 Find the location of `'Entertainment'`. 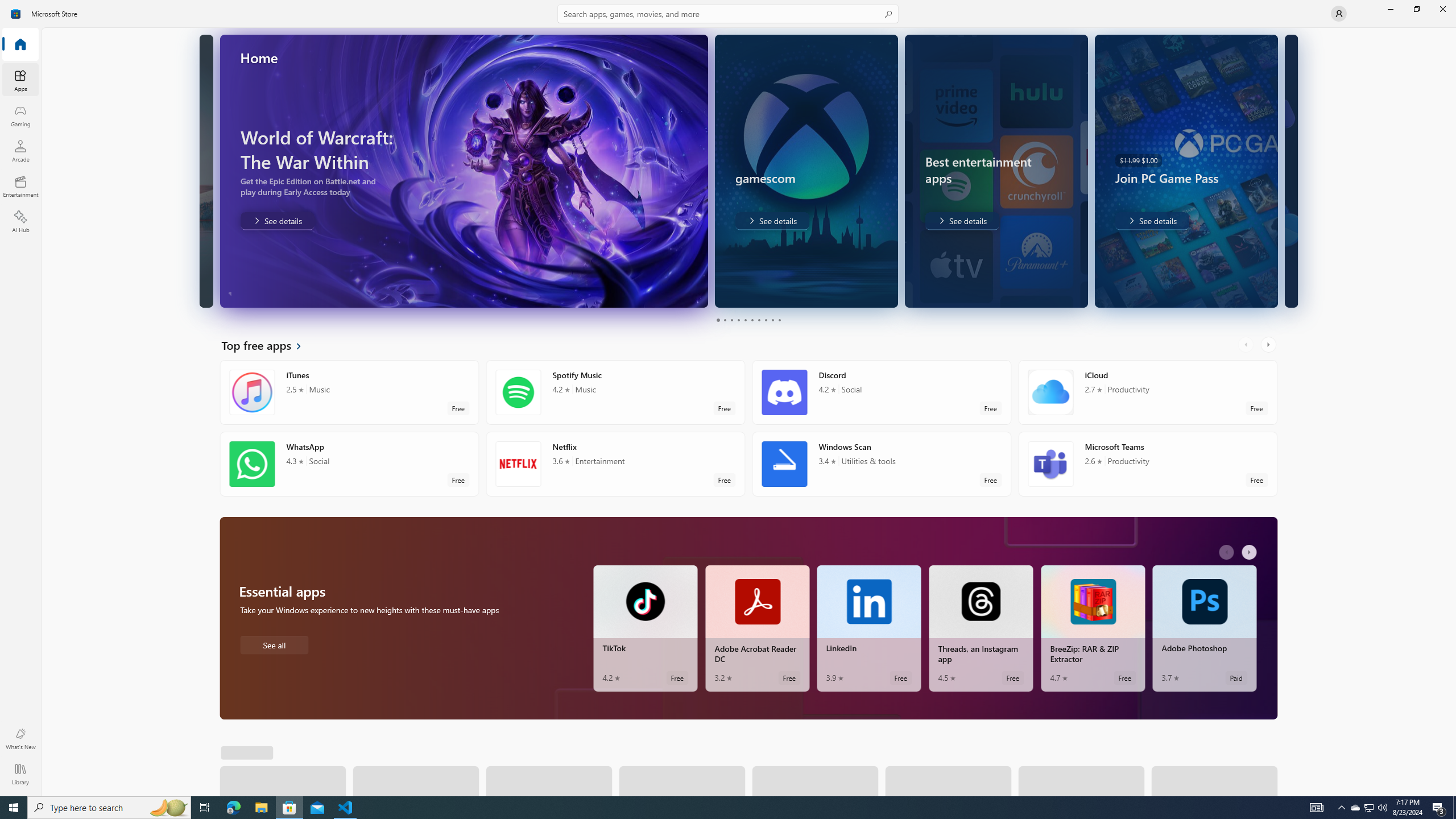

'Entertainment' is located at coordinates (19, 185).